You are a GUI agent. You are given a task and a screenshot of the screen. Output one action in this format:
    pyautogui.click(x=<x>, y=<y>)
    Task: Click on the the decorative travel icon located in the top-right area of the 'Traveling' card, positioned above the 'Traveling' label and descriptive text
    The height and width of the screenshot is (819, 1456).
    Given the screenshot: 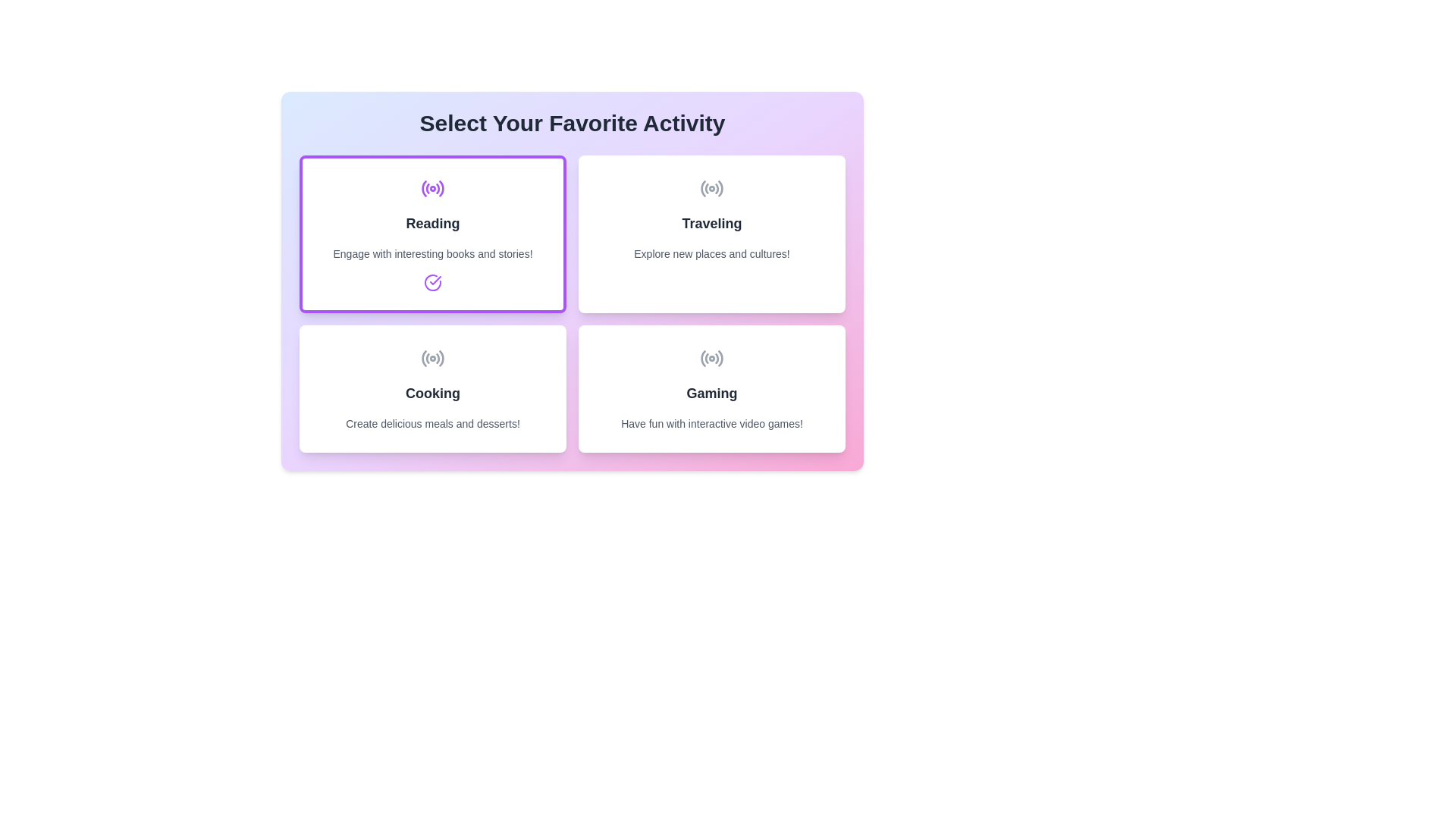 What is the action you would take?
    pyautogui.click(x=711, y=188)
    